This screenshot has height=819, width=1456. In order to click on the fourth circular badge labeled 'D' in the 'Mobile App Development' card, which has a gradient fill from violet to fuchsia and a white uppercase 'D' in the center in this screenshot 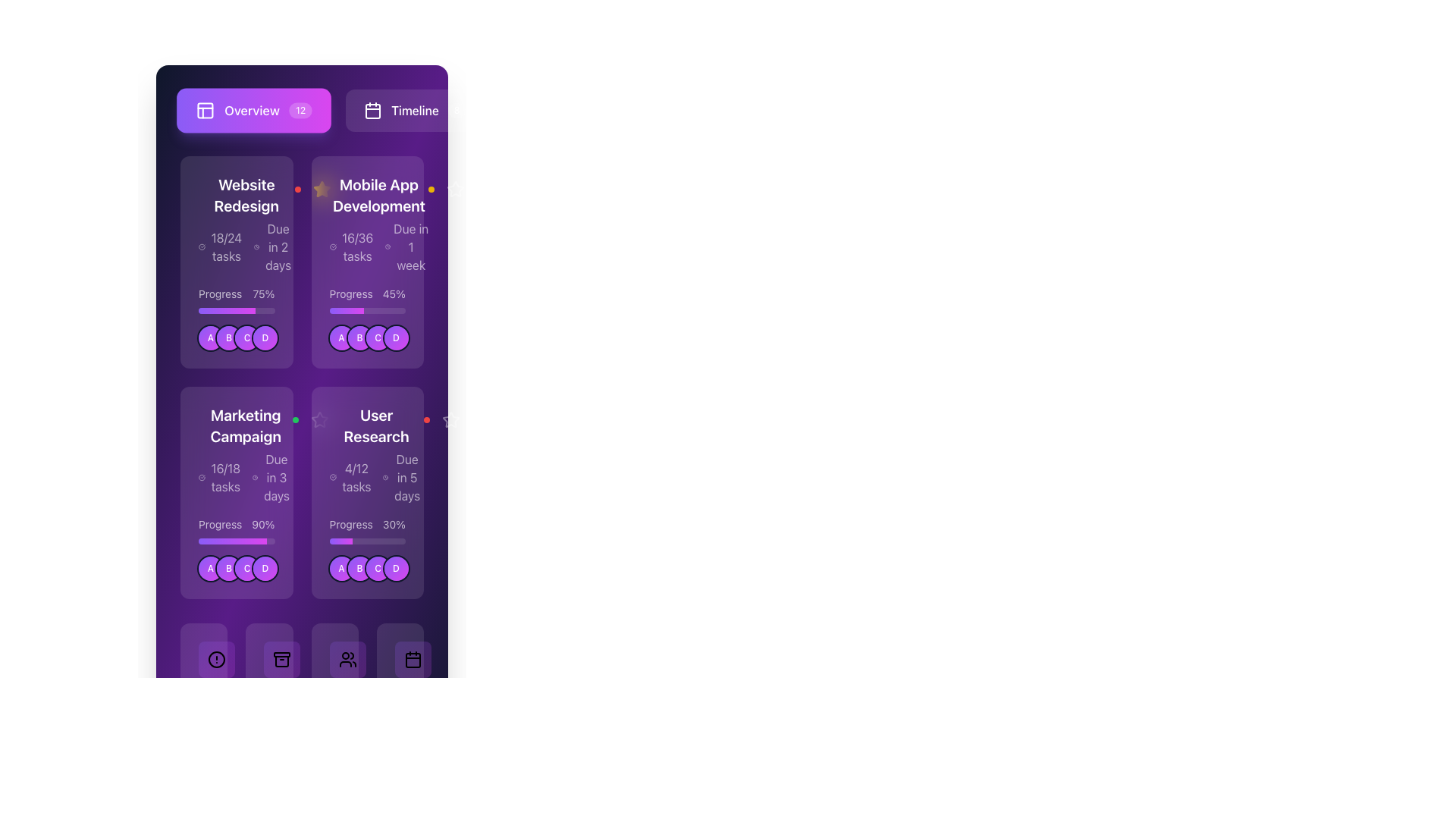, I will do `click(396, 337)`.